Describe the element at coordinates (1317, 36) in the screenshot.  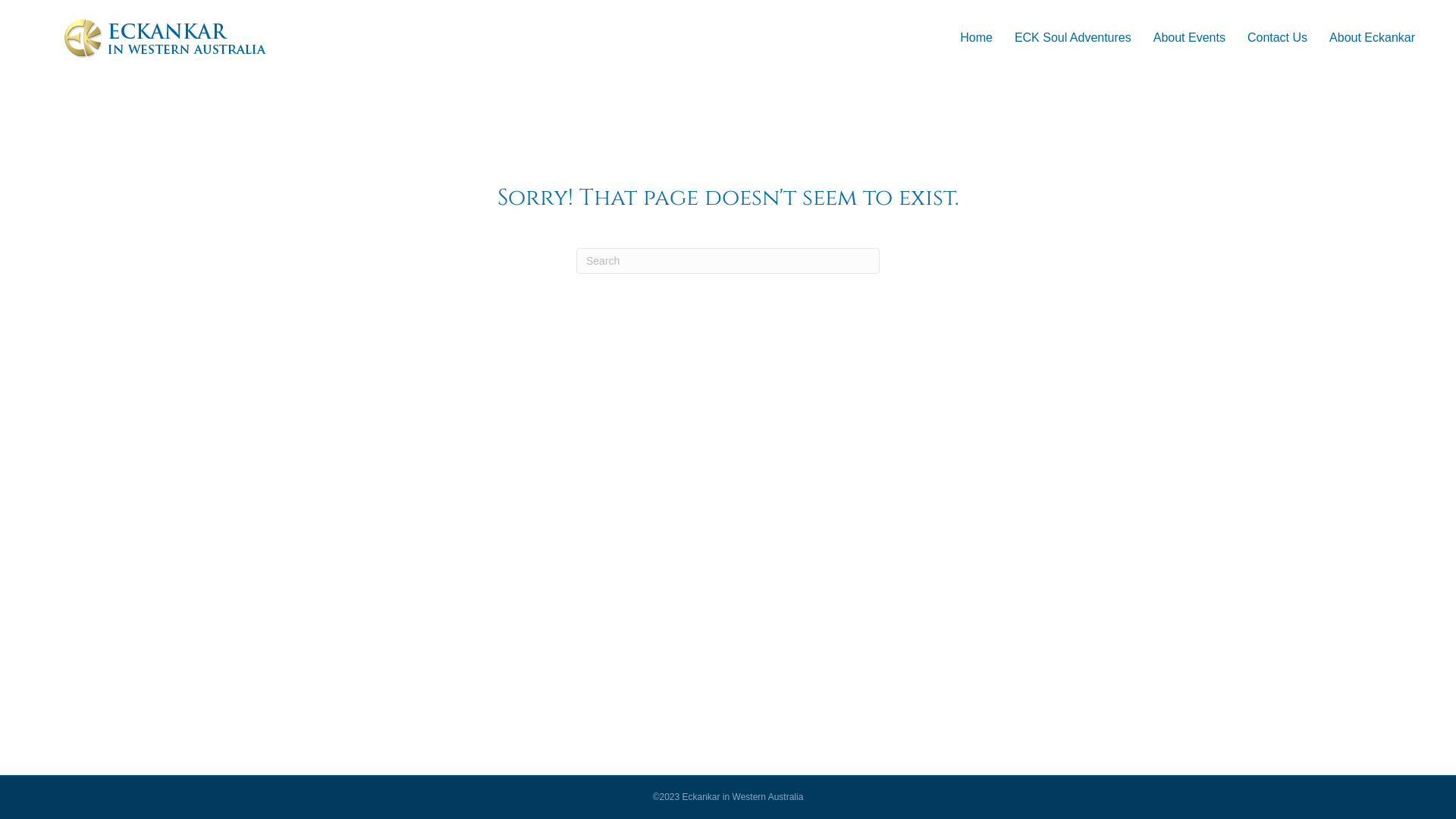
I see `'About Eckankar'` at that location.